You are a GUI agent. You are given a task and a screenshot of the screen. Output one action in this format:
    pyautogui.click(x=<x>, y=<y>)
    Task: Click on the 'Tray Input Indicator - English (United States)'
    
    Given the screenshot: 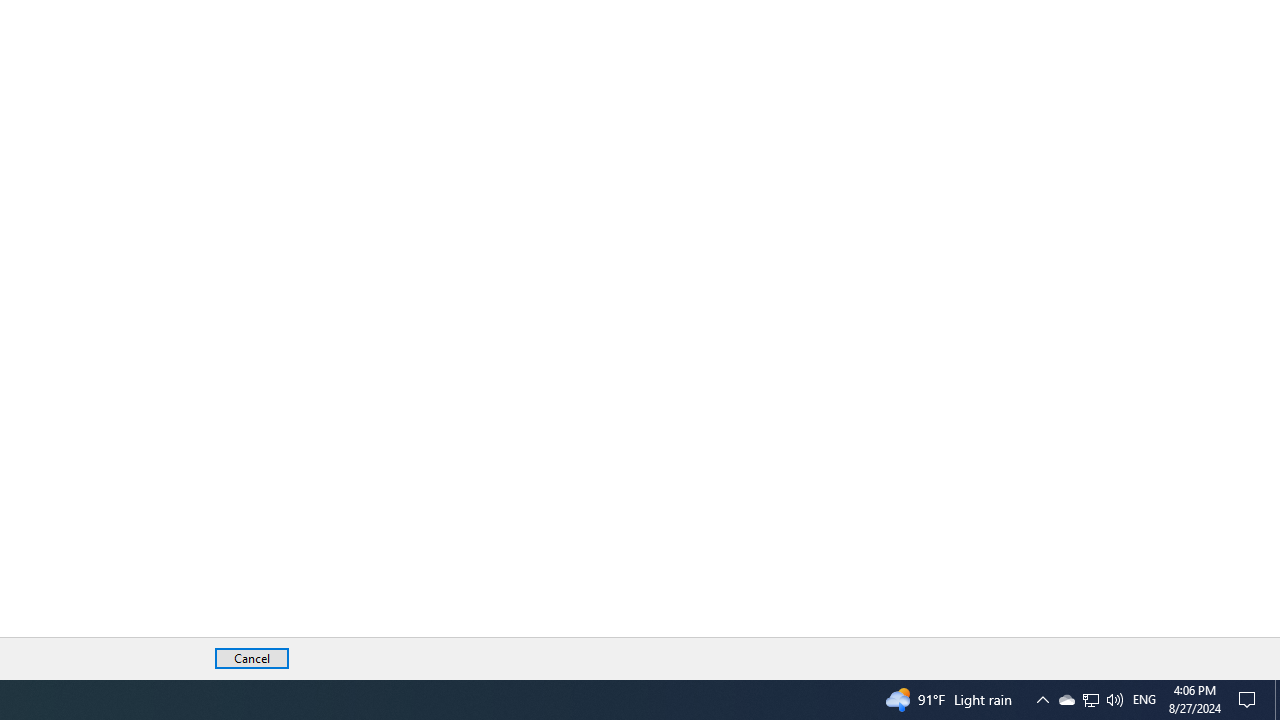 What is the action you would take?
    pyautogui.click(x=1144, y=698)
    